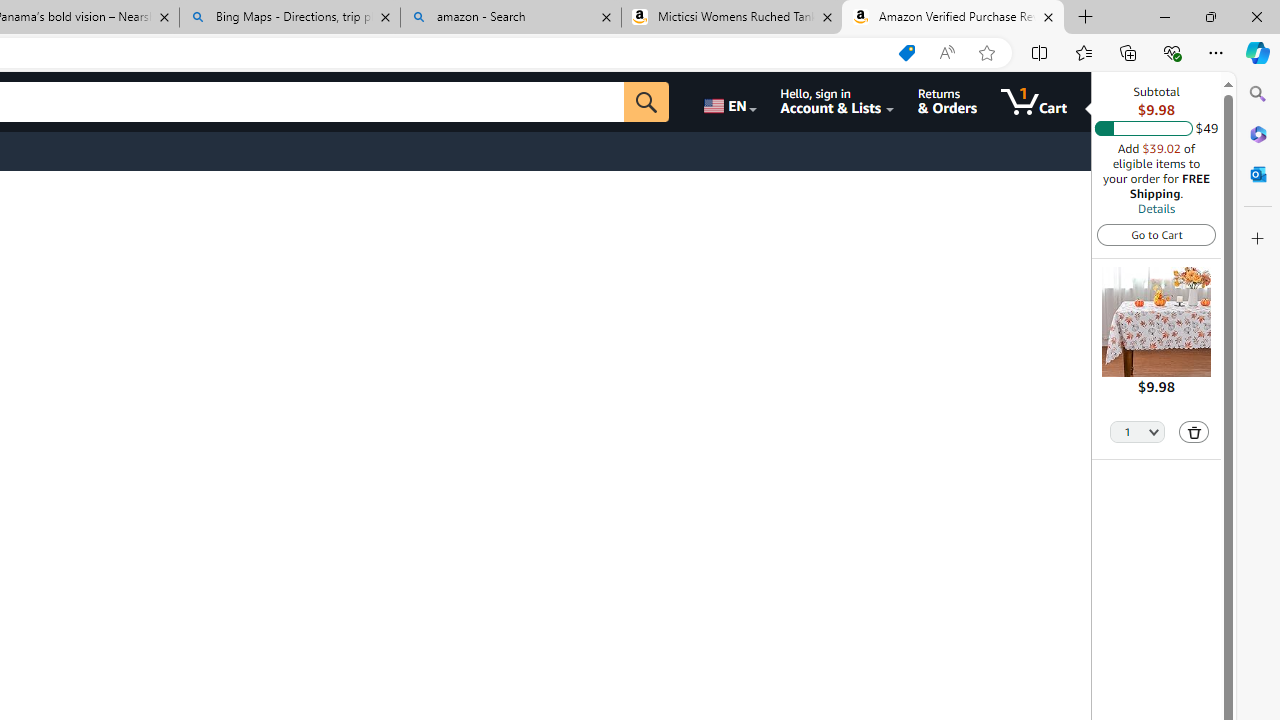  I want to click on 'Delete', so click(1194, 430).